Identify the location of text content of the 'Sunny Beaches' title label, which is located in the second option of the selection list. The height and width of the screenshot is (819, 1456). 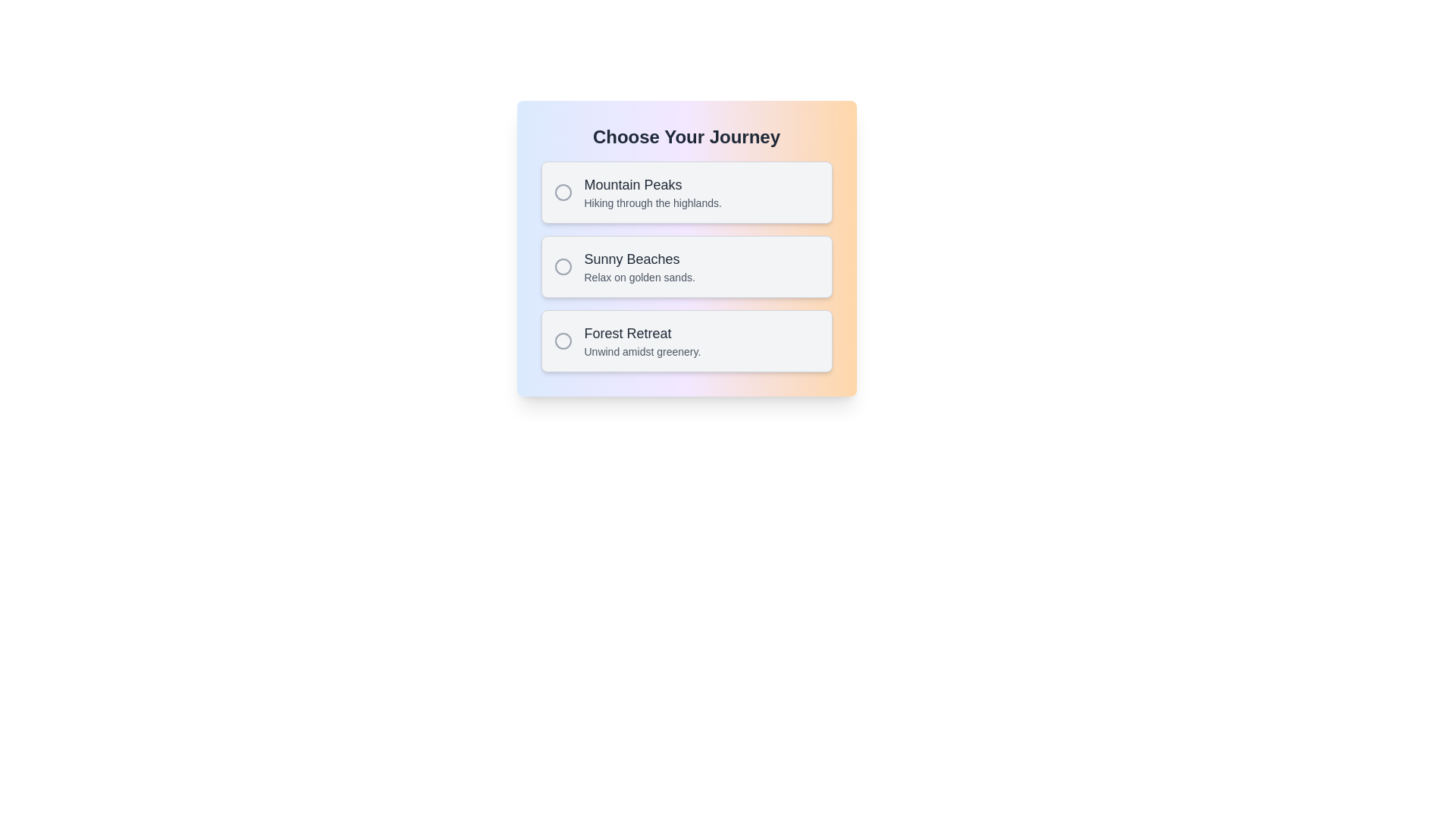
(639, 259).